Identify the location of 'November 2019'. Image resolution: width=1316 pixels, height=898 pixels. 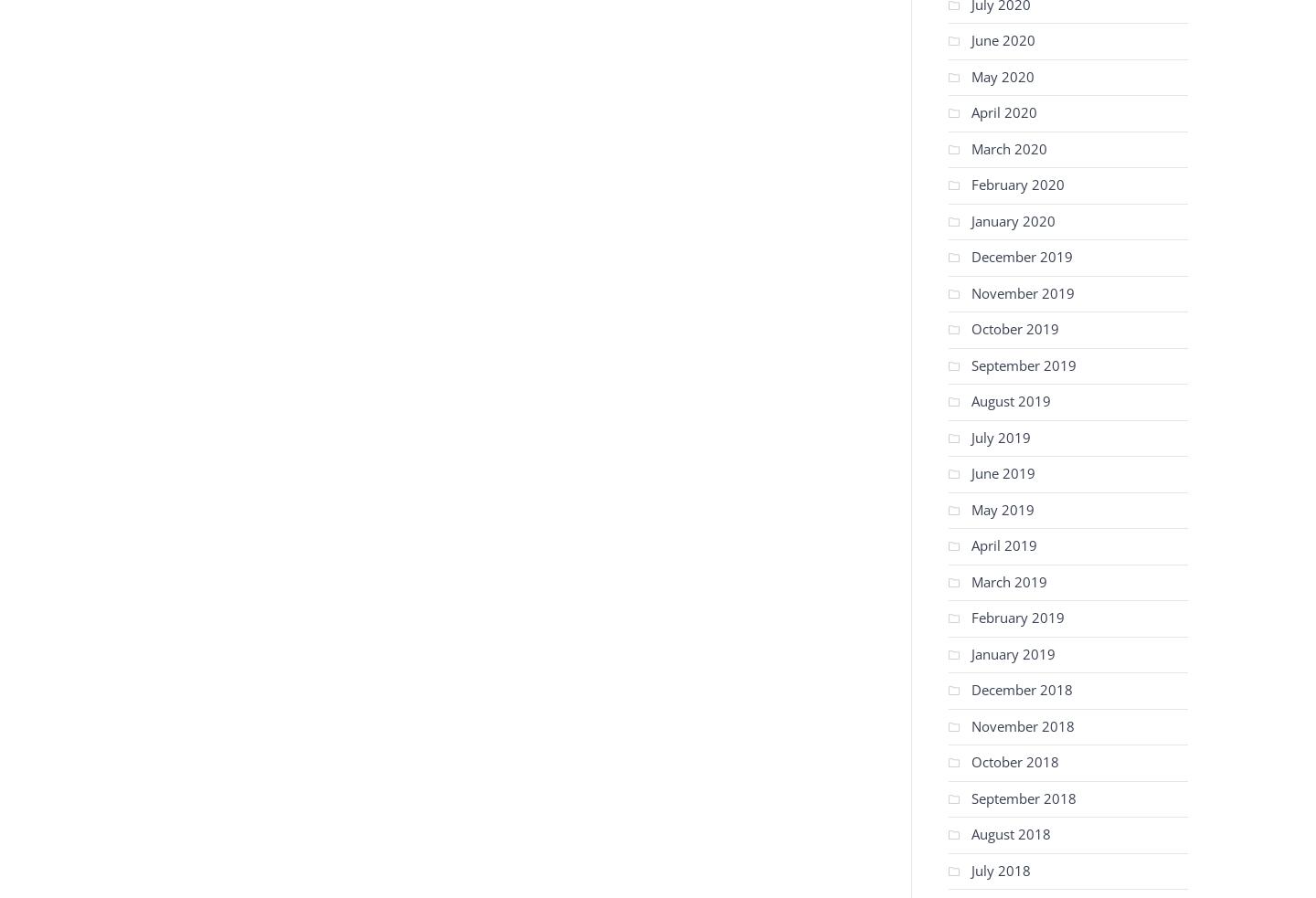
(1022, 291).